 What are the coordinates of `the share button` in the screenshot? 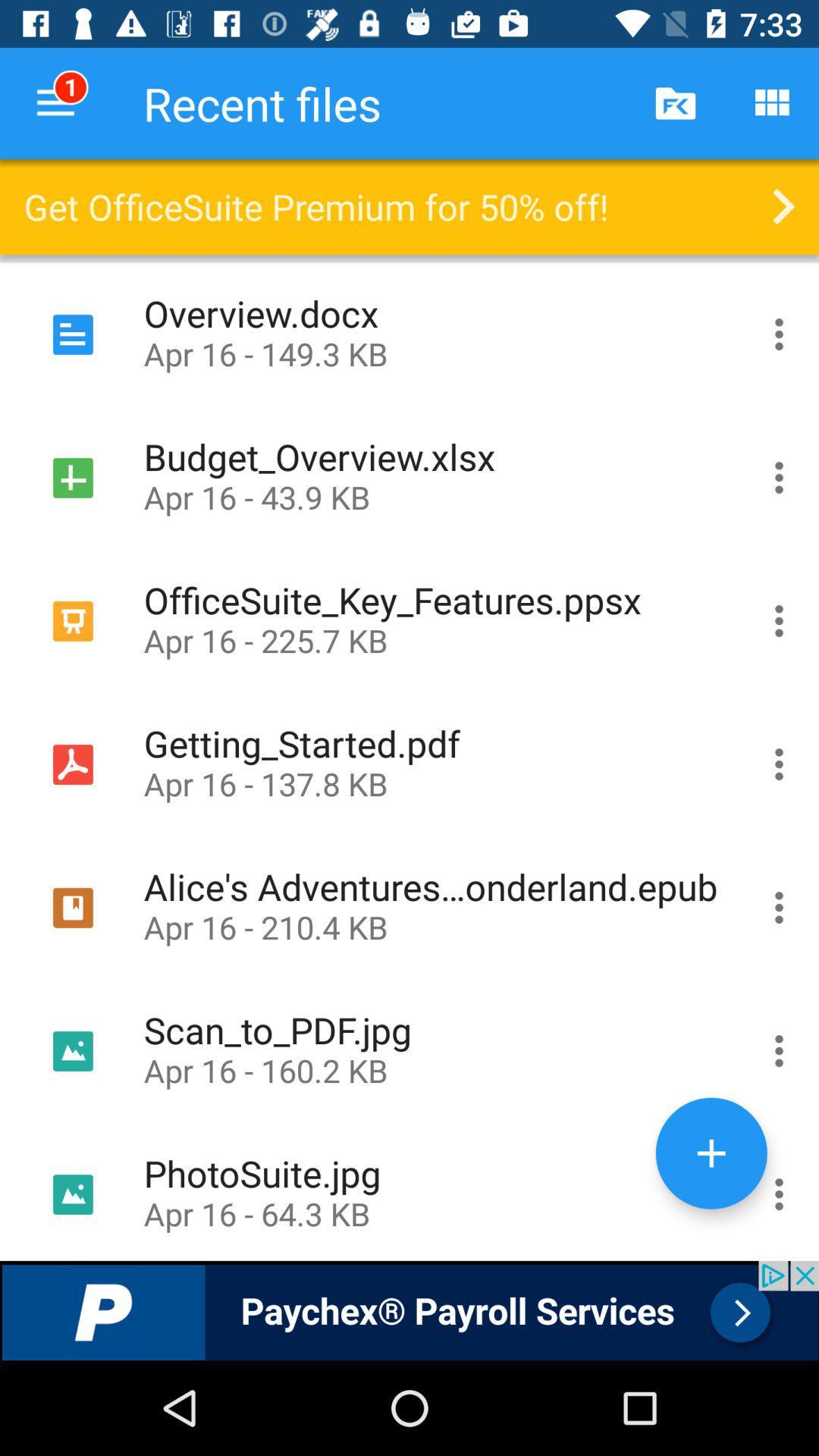 It's located at (779, 1050).